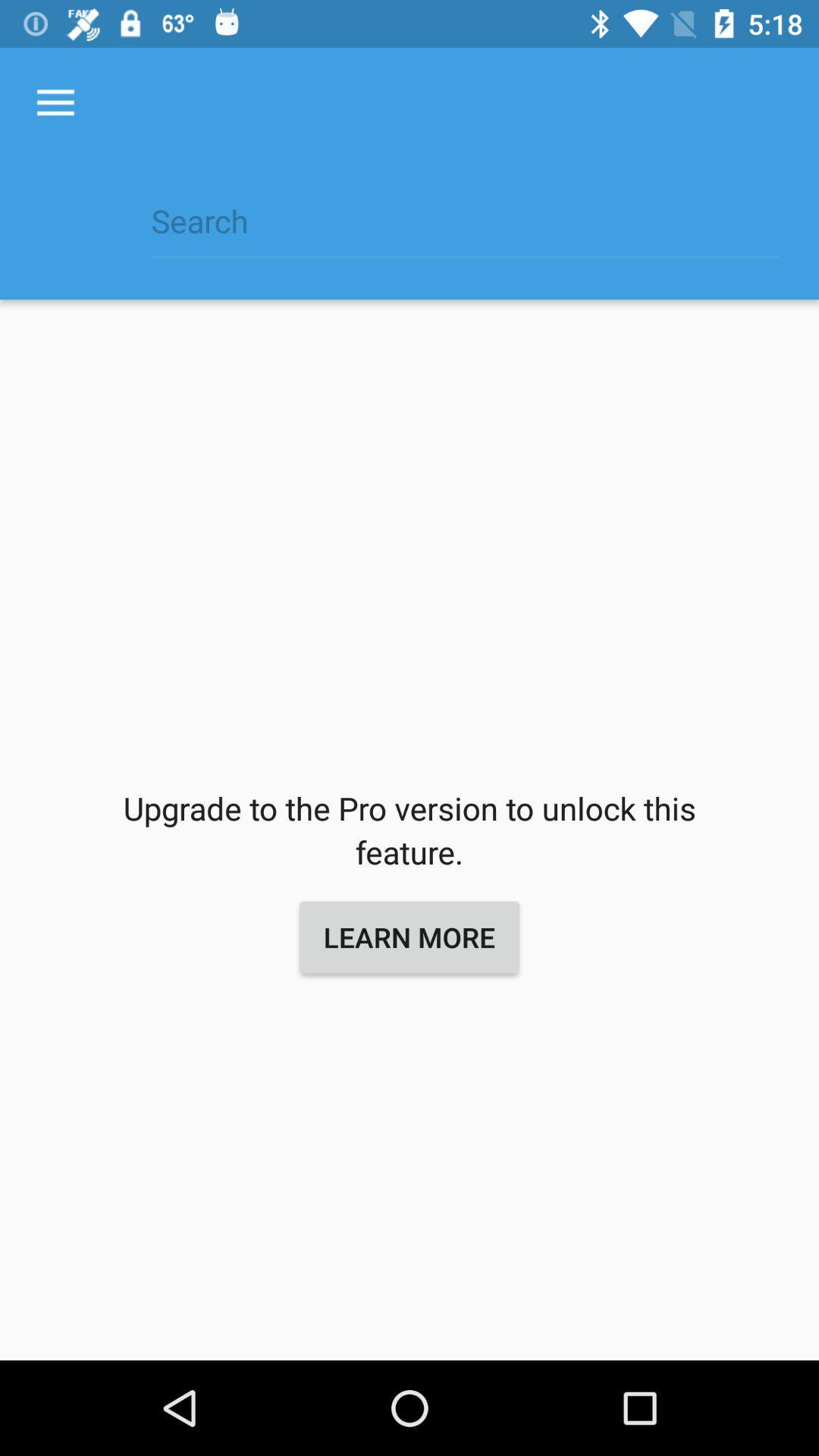 The width and height of the screenshot is (819, 1456). What do you see at coordinates (55, 102) in the screenshot?
I see `the item at the top left corner` at bounding box center [55, 102].